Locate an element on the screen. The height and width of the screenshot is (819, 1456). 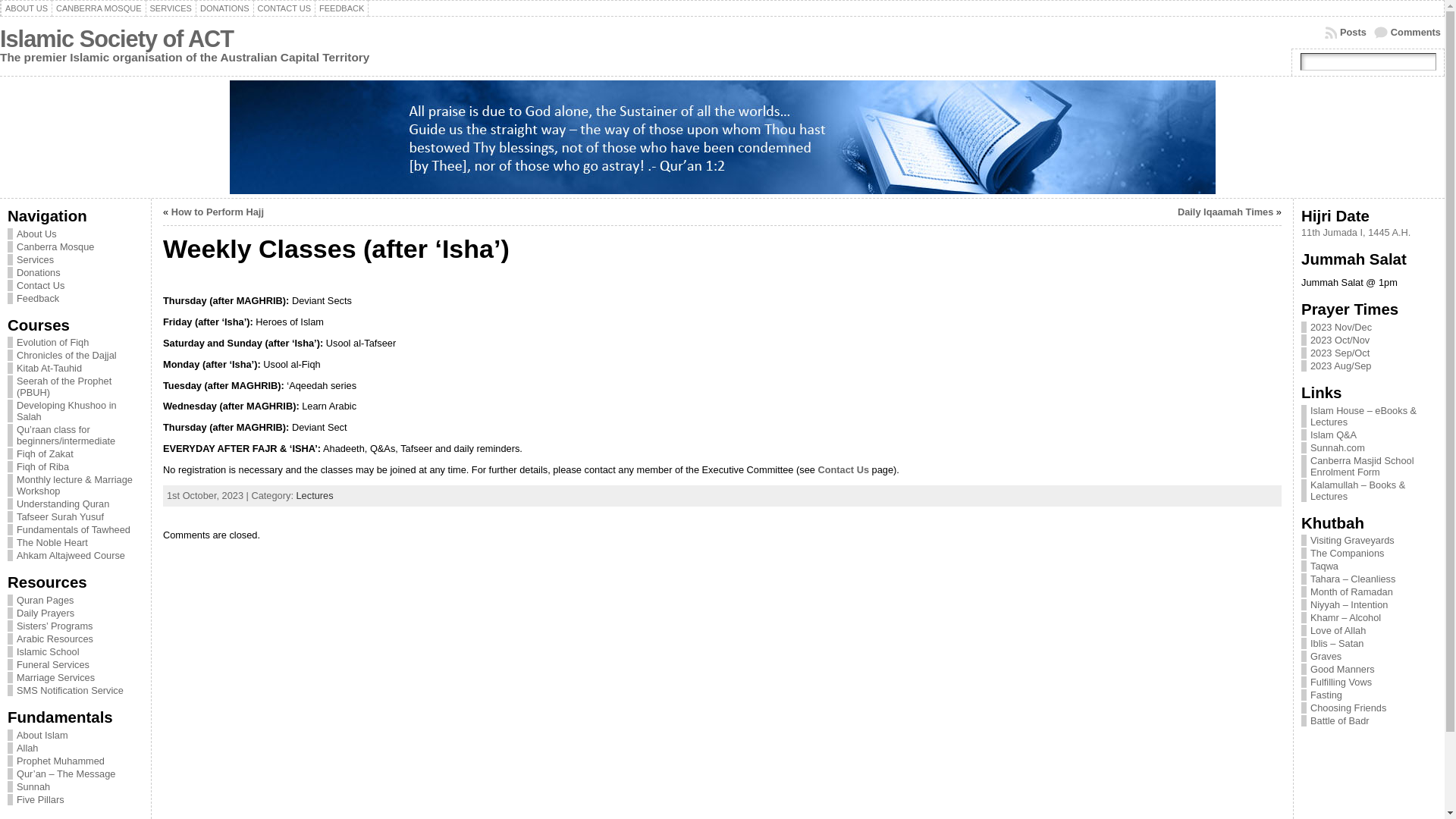
'Feedback' is located at coordinates (74, 298).